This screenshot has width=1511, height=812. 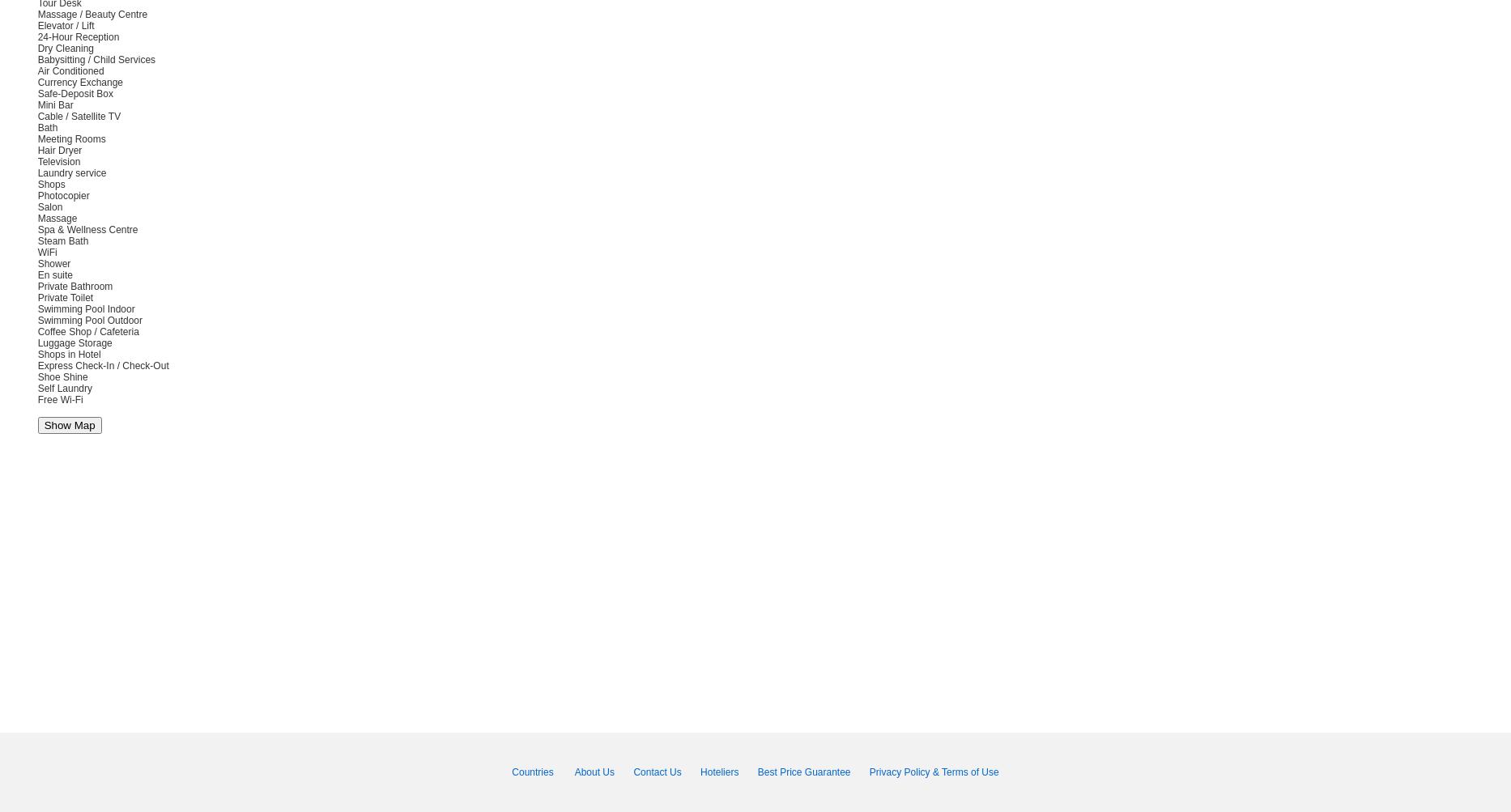 I want to click on 'Dry Cleaning', so click(x=65, y=48).